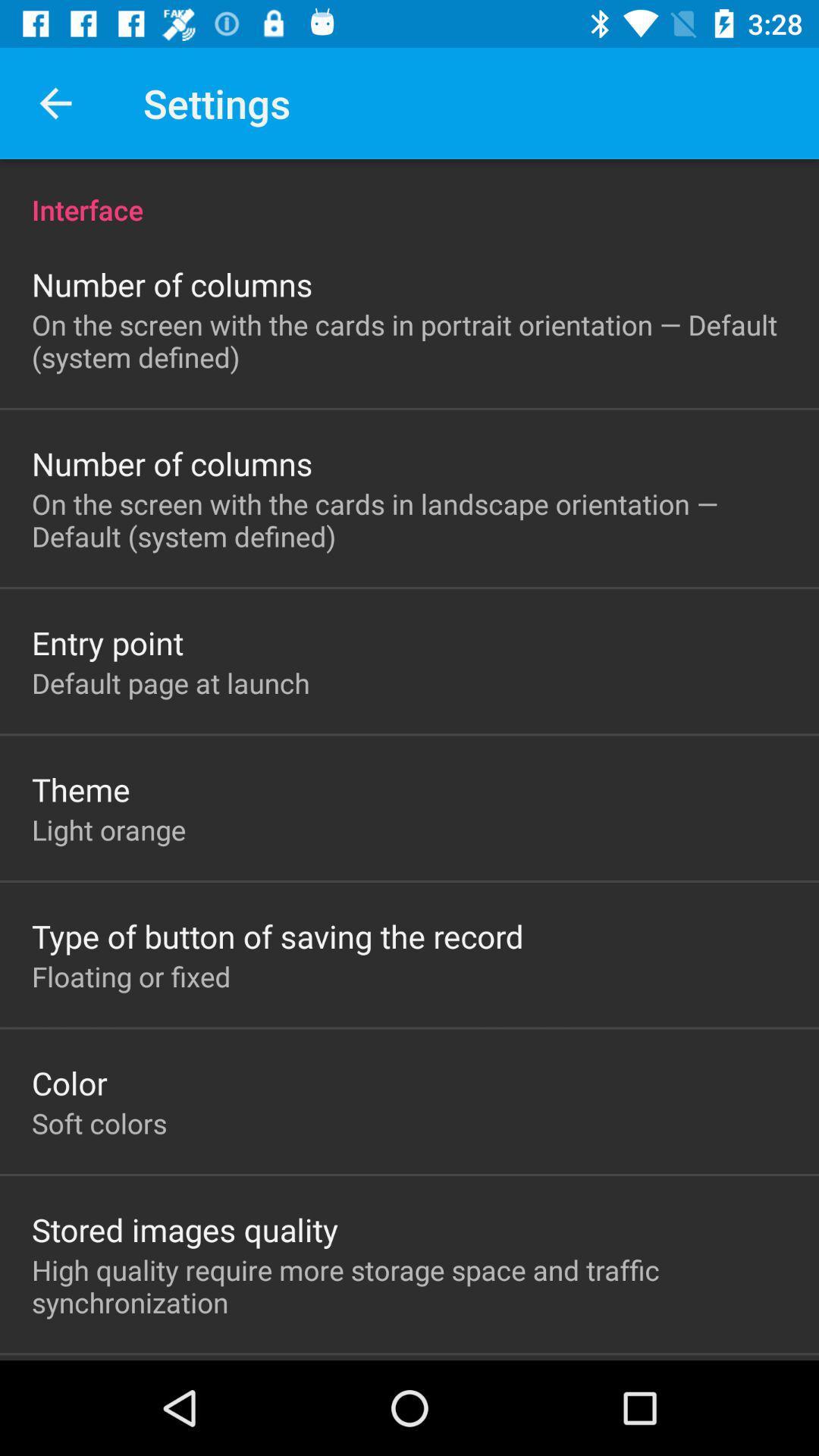 The width and height of the screenshot is (819, 1456). What do you see at coordinates (55, 102) in the screenshot?
I see `the app to the left of settings icon` at bounding box center [55, 102].